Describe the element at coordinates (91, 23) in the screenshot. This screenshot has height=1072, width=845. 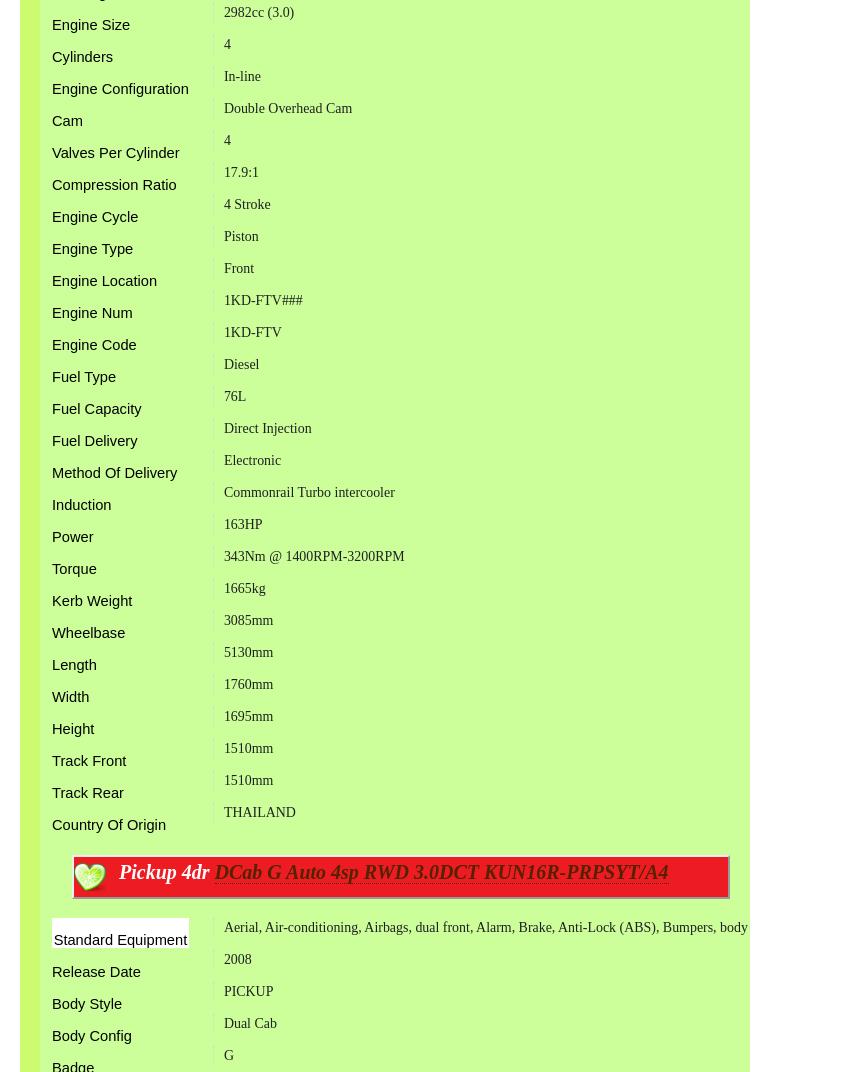
I see `'Engine Size'` at that location.